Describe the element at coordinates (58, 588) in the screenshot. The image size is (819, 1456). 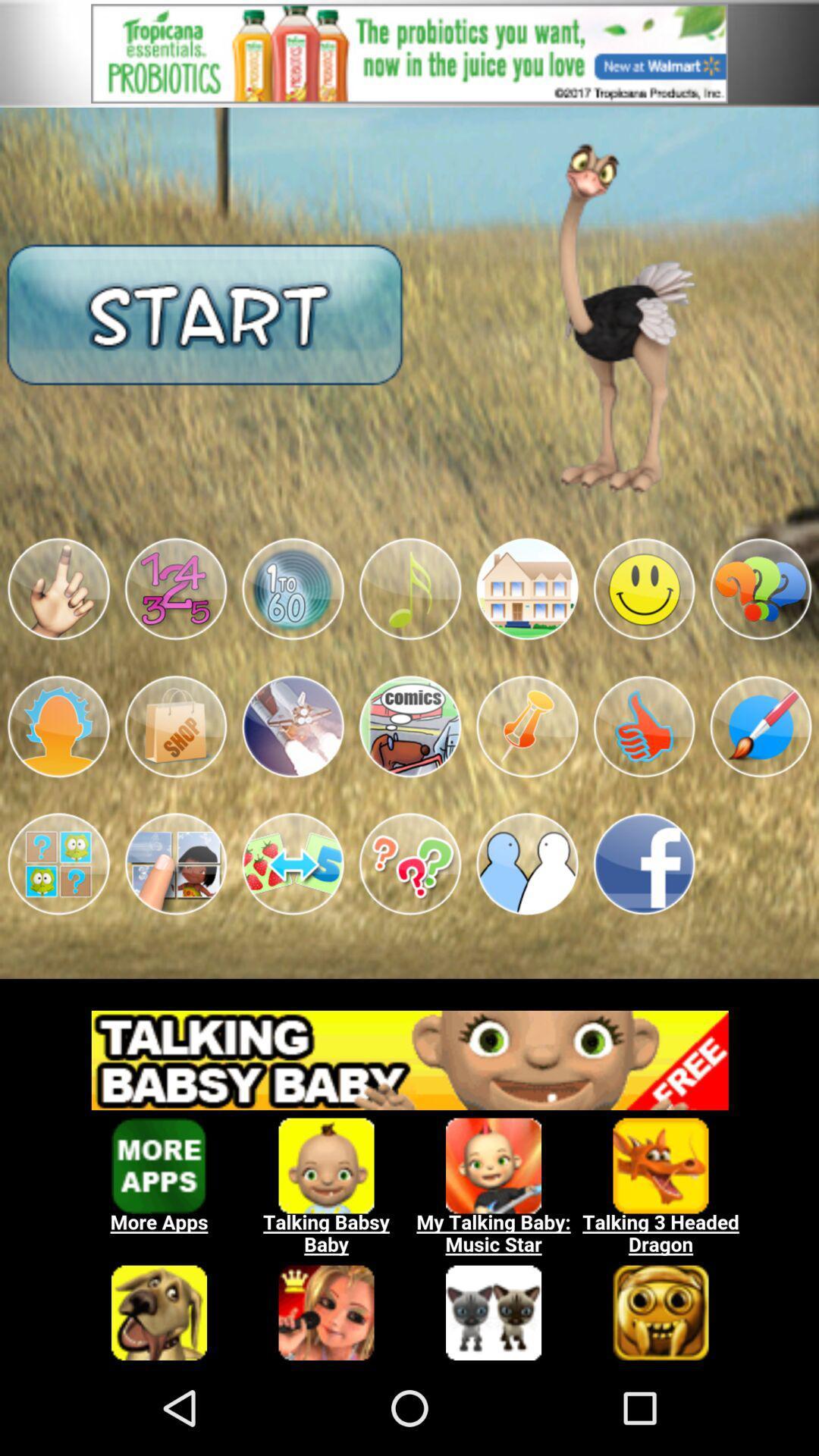
I see `the emojies option` at that location.